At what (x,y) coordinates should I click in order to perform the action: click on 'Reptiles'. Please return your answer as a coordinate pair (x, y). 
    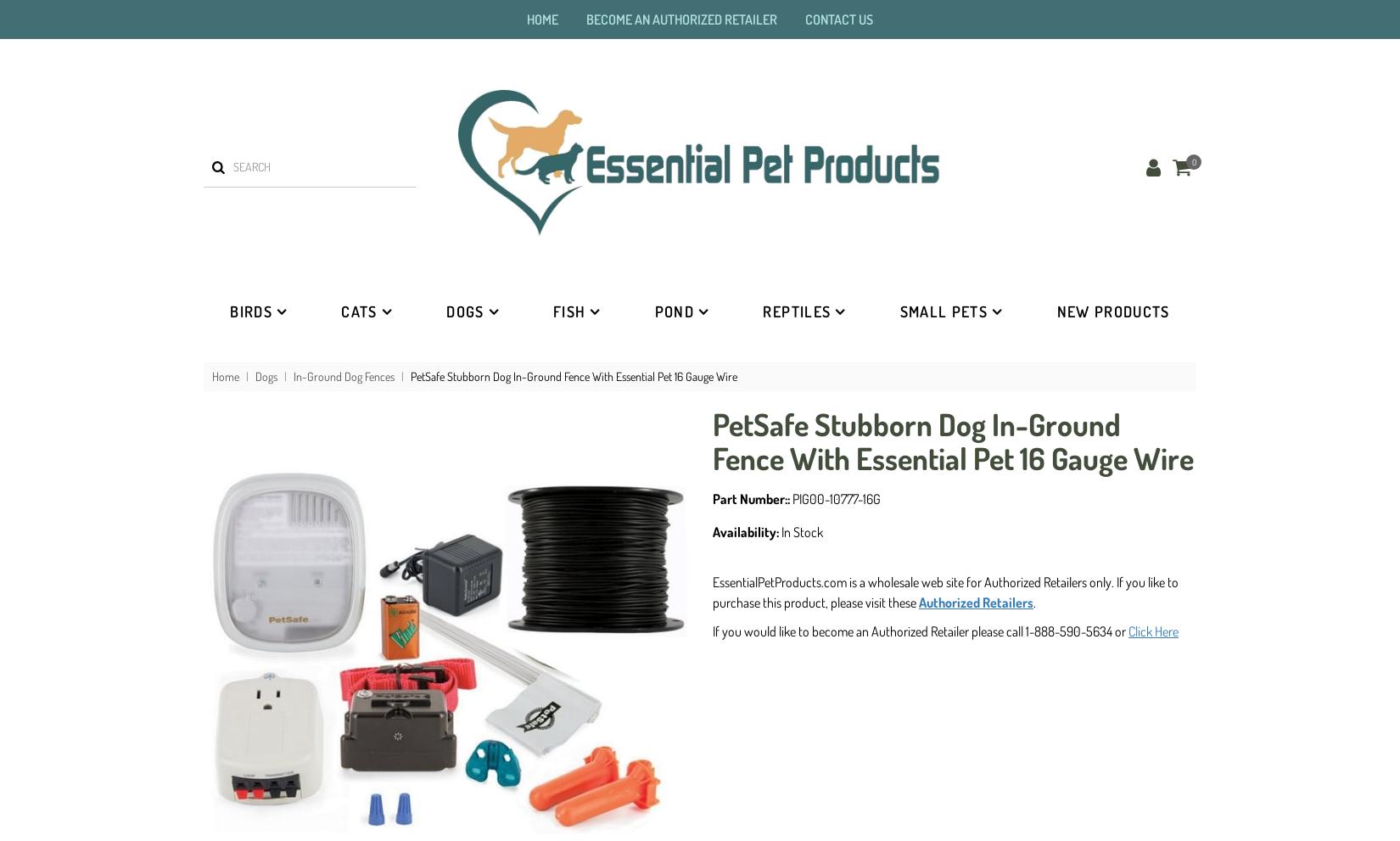
    Looking at the image, I should click on (797, 310).